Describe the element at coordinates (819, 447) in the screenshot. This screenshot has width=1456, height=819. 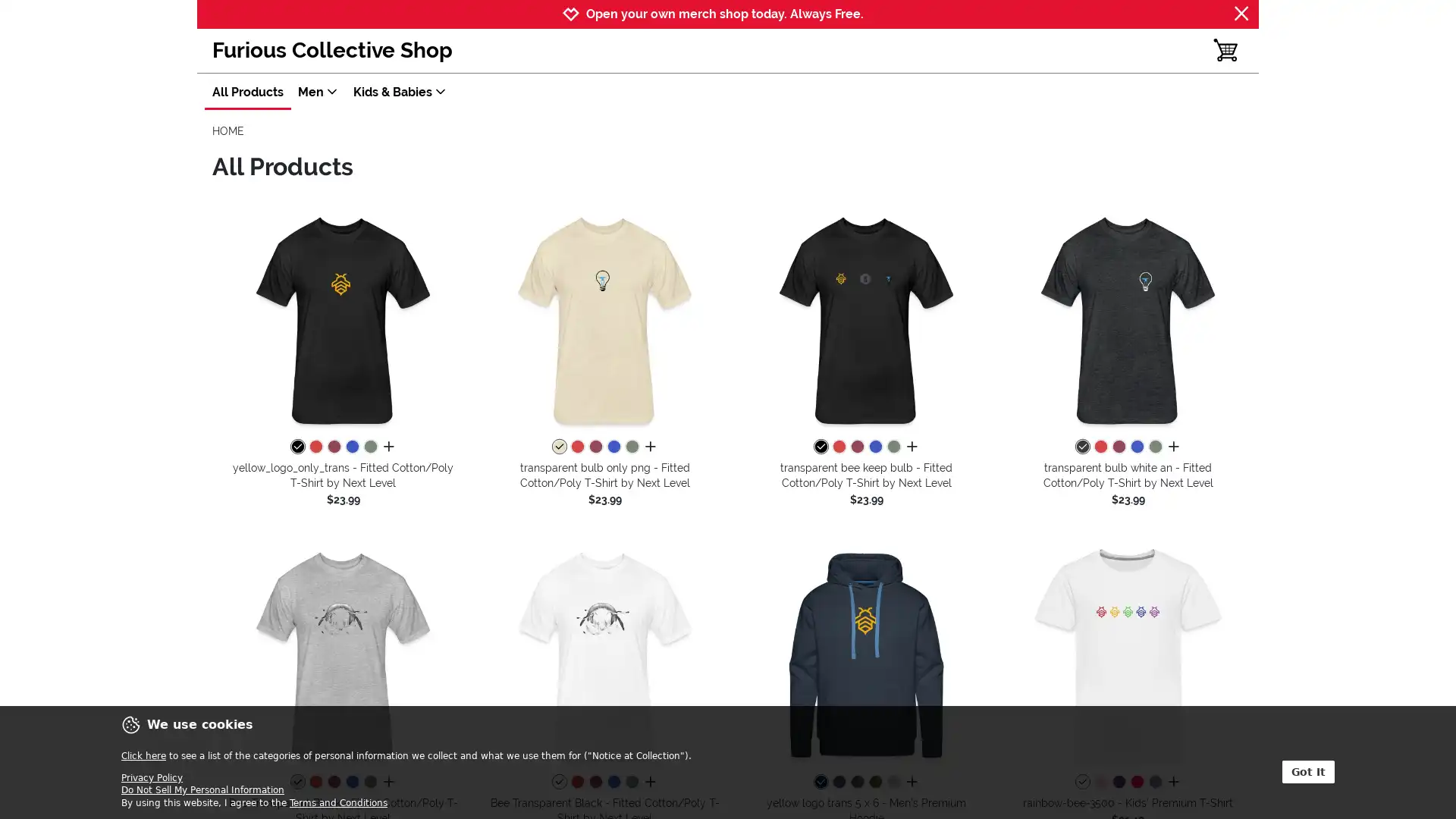
I see `black` at that location.